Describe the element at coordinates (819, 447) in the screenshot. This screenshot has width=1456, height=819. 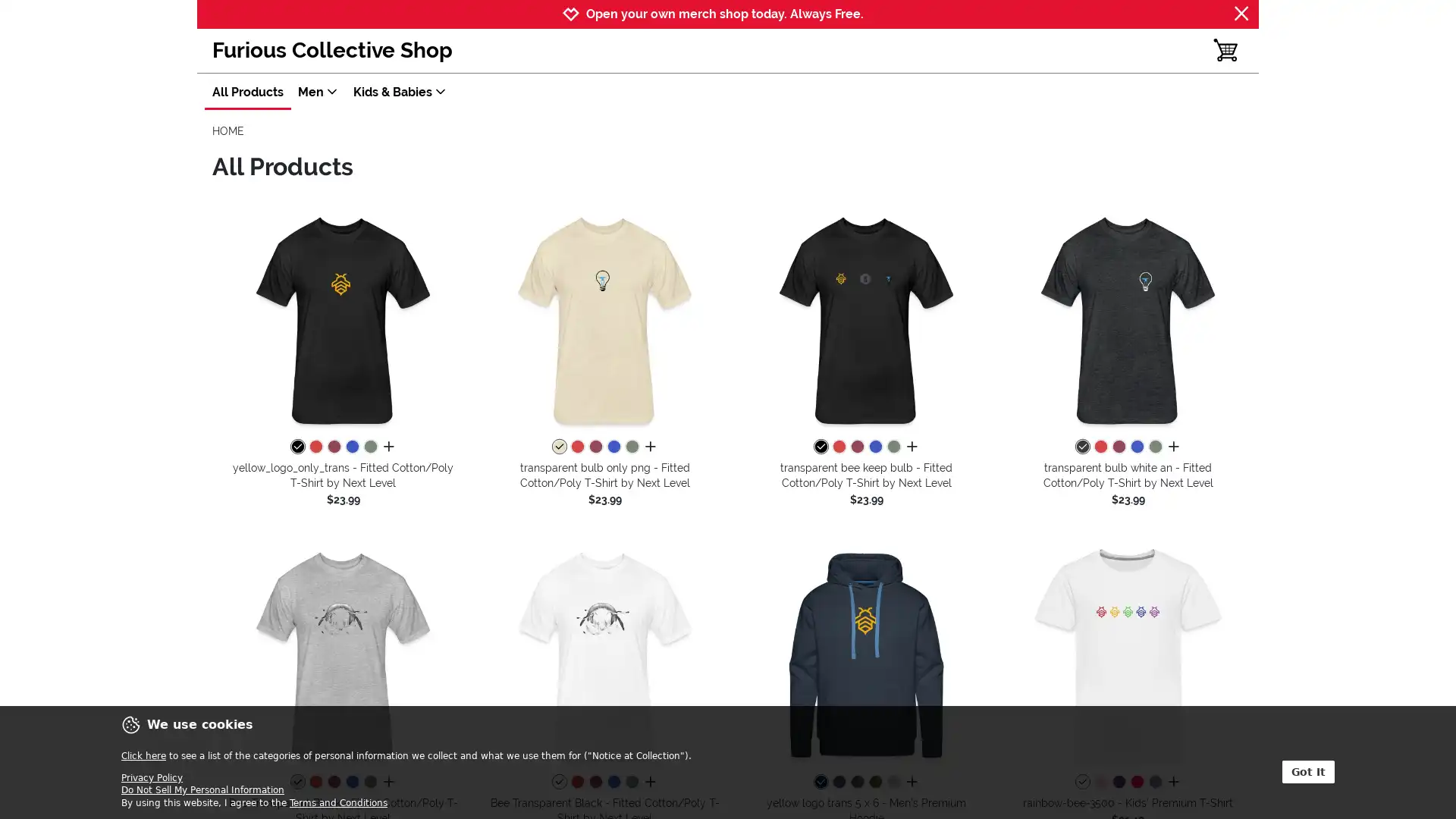
I see `black` at that location.